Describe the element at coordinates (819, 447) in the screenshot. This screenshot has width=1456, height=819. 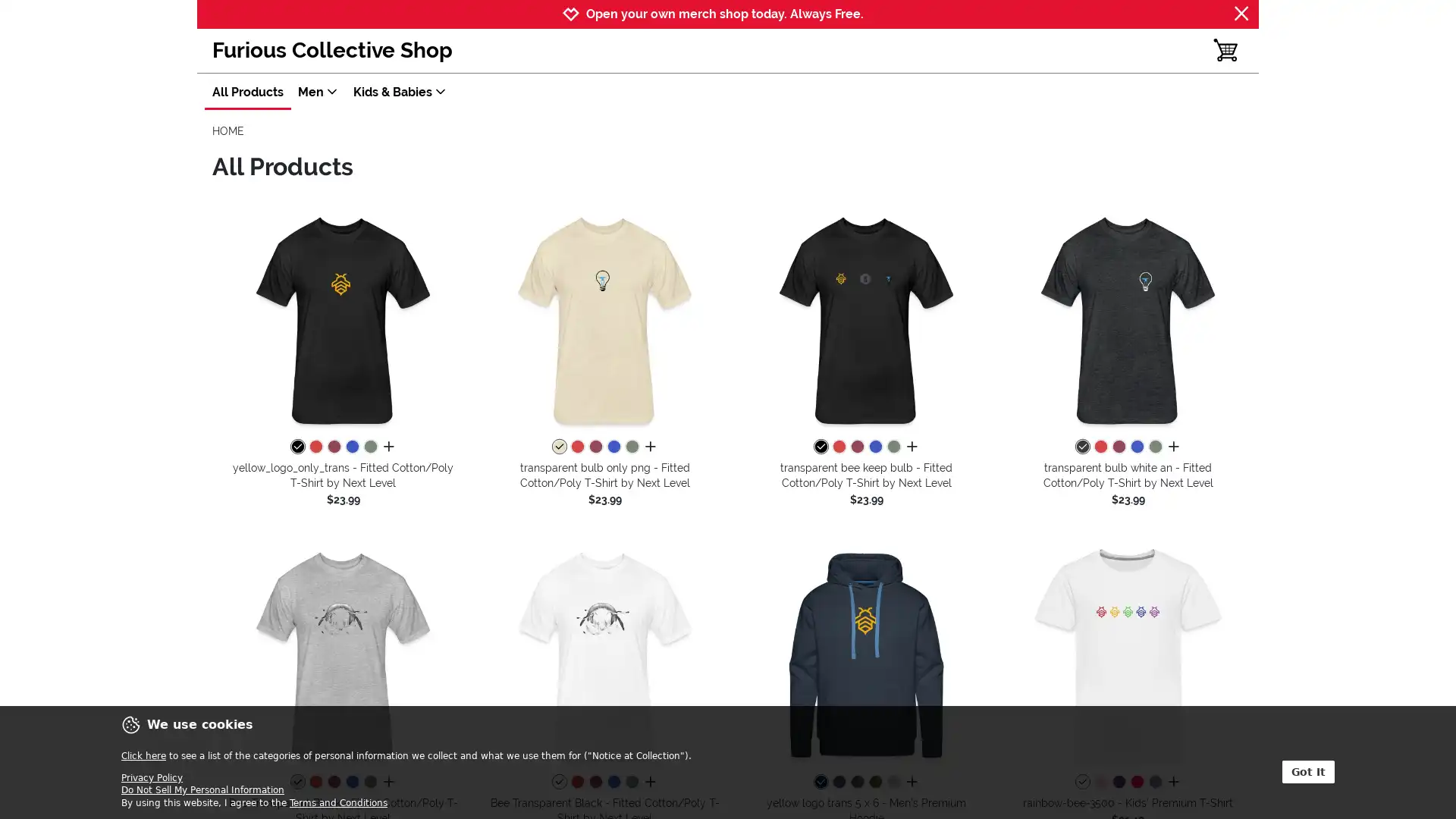
I see `black` at that location.